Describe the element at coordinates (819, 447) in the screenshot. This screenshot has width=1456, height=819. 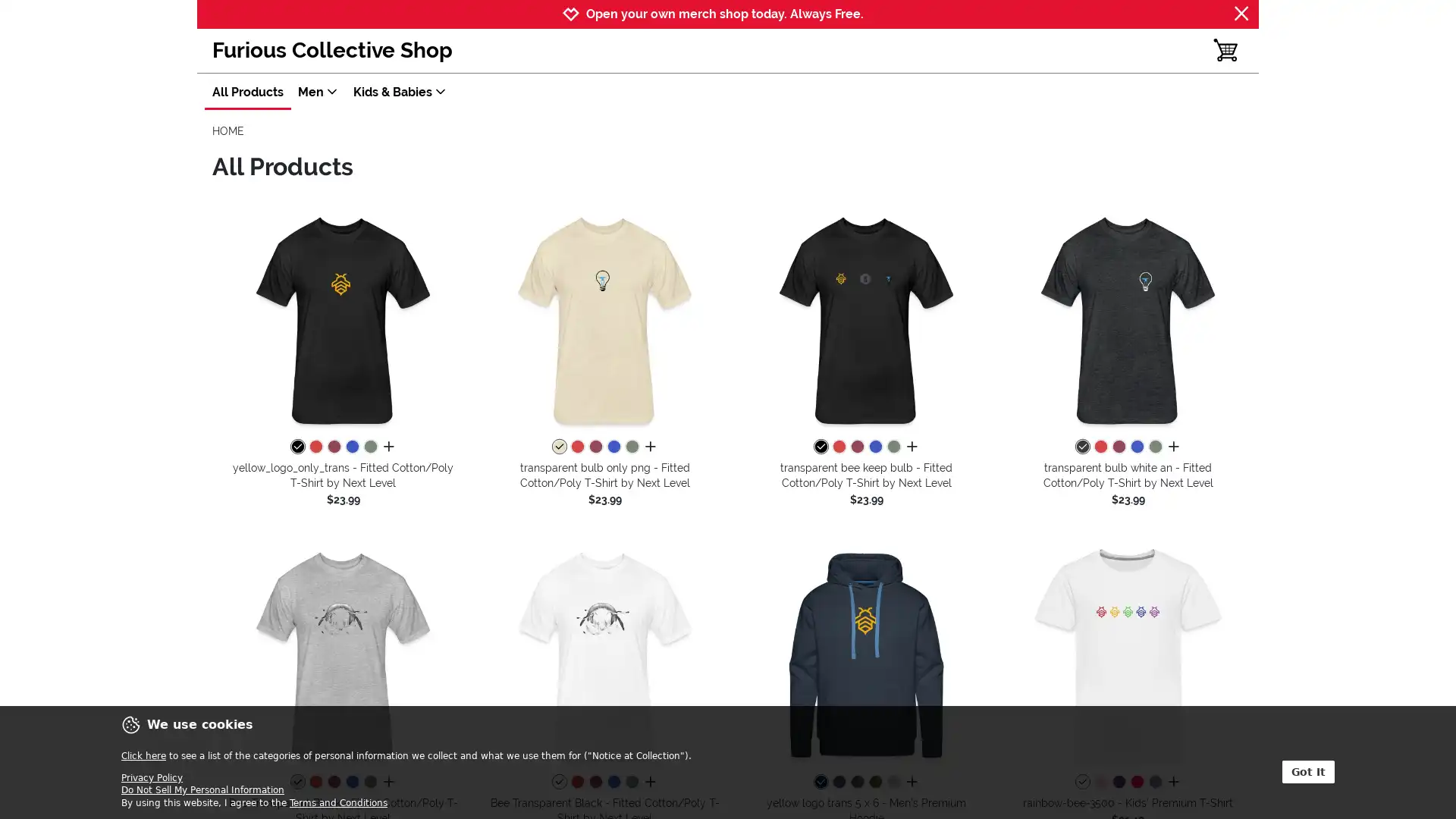
I see `black` at that location.